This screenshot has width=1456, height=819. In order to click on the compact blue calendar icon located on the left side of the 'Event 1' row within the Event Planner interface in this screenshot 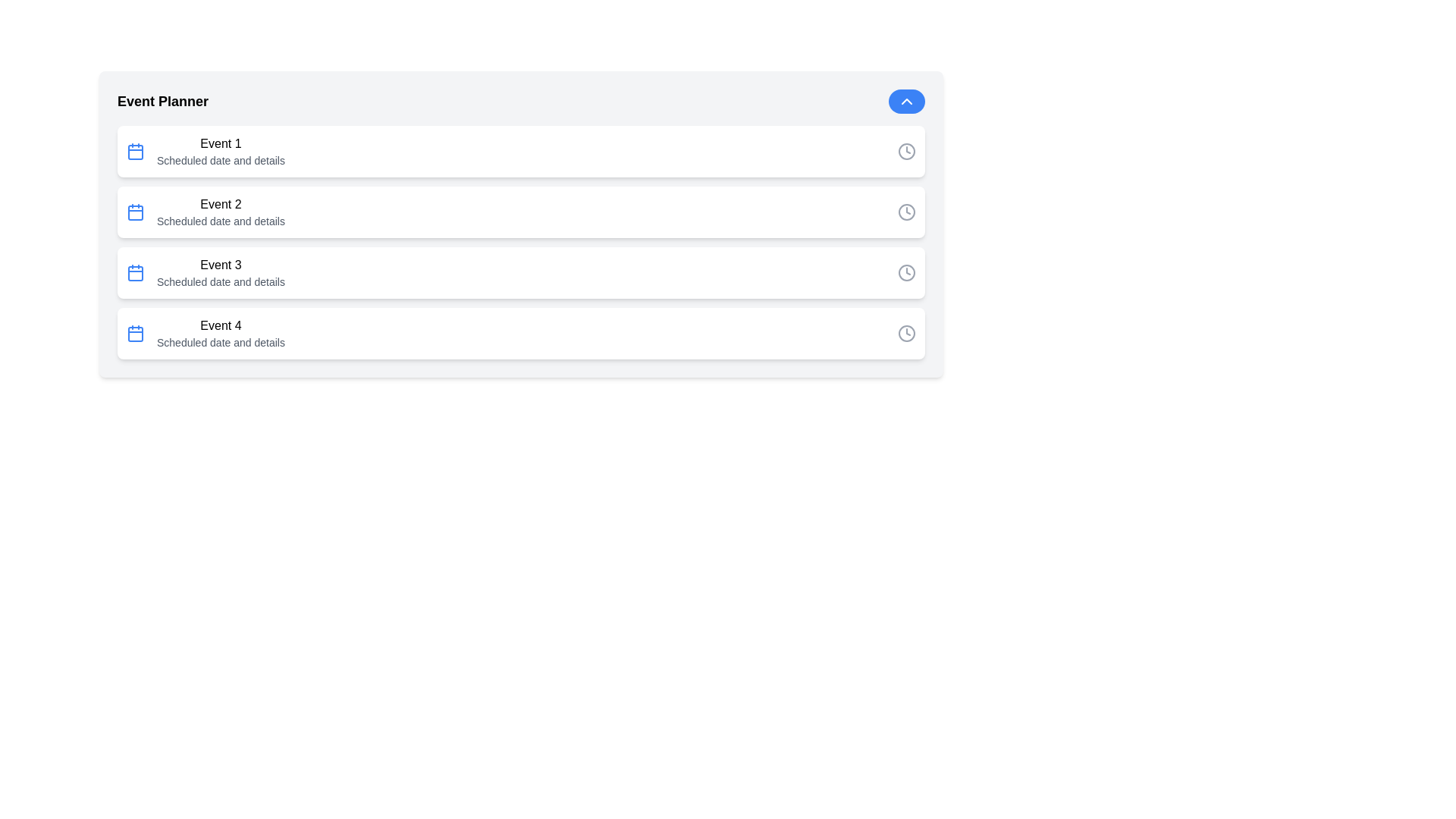, I will do `click(135, 152)`.